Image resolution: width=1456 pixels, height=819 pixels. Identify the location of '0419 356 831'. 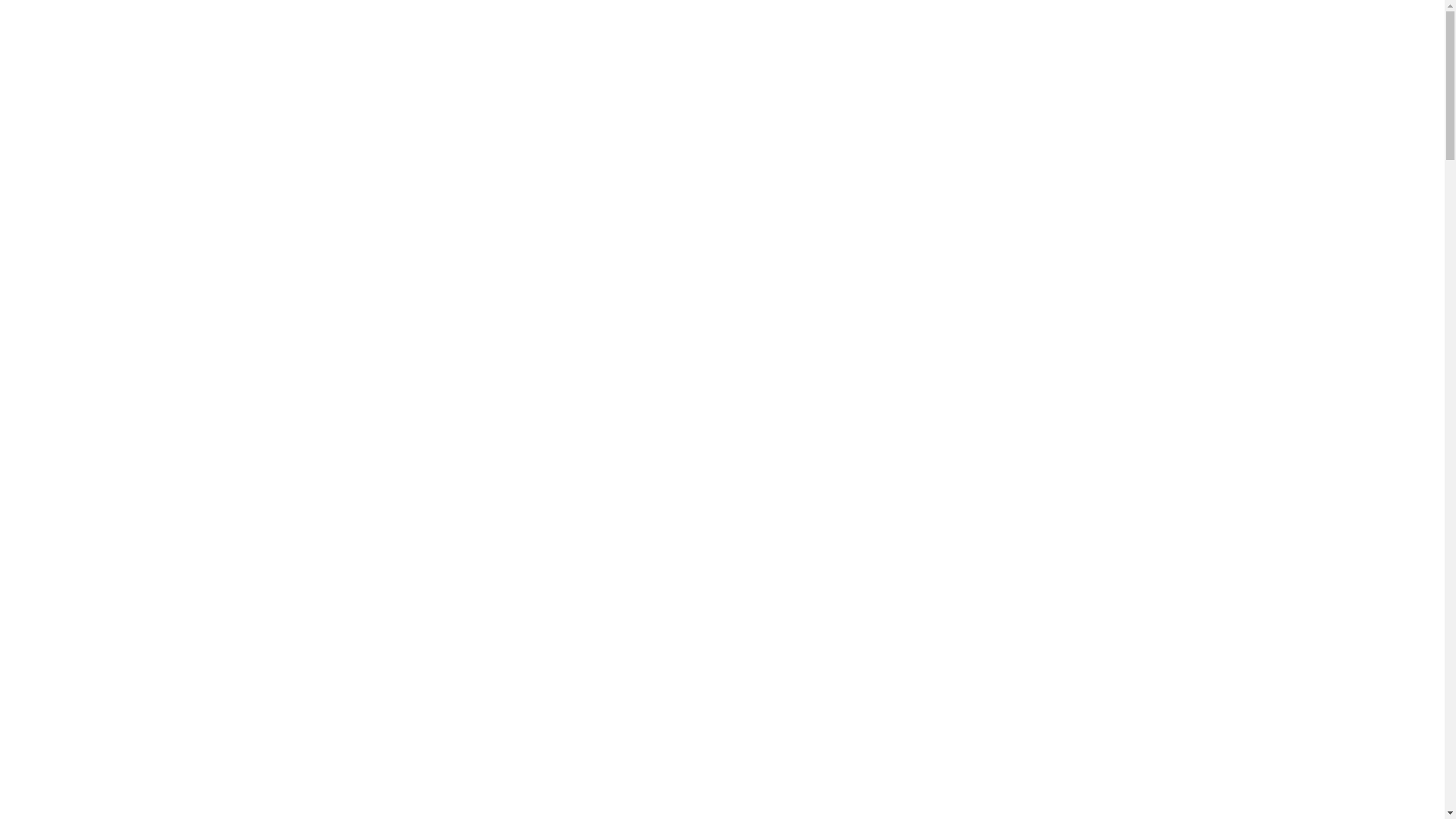
(72, 20).